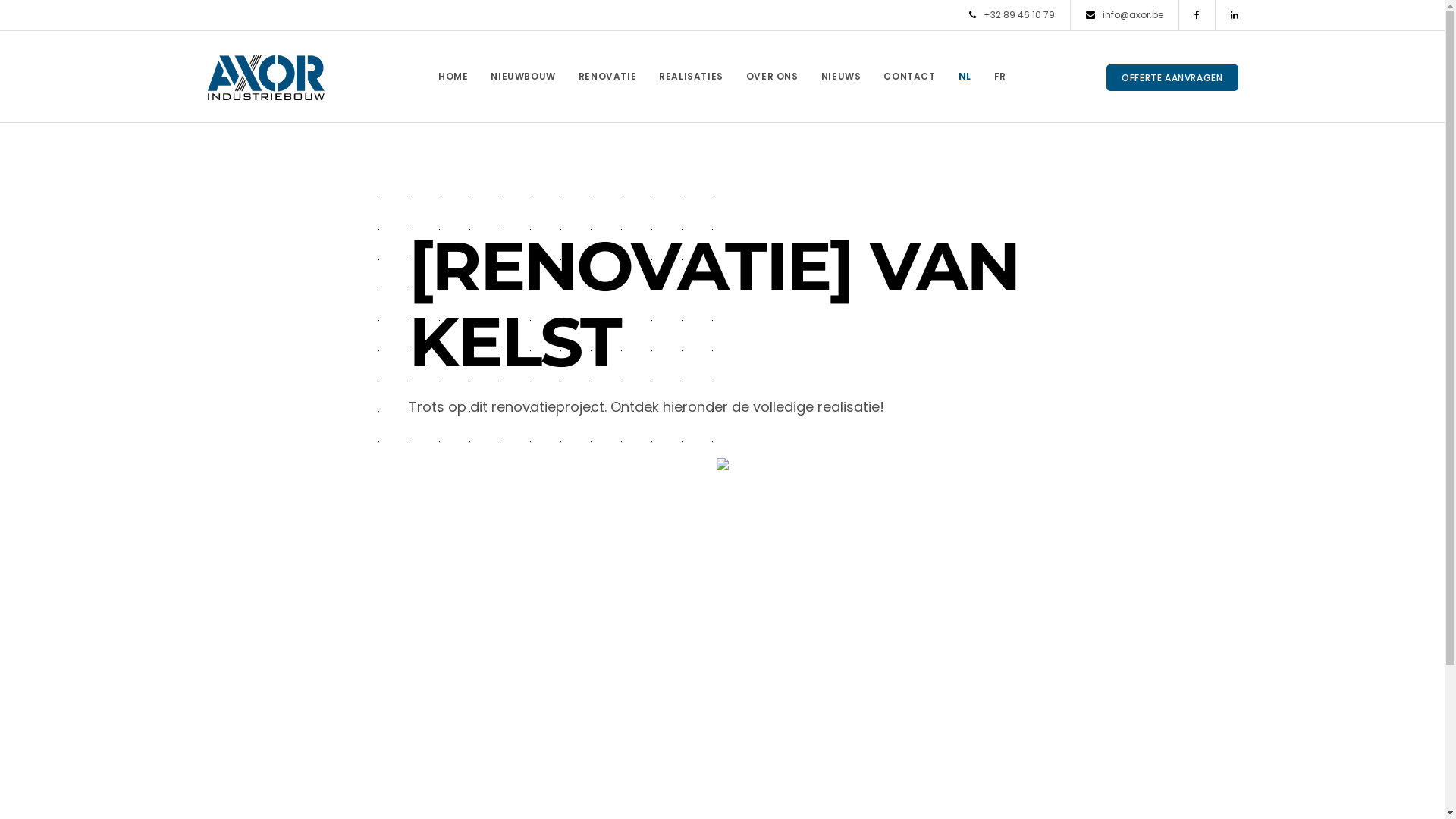 The image size is (1456, 819). What do you see at coordinates (840, 76) in the screenshot?
I see `'NIEUWS'` at bounding box center [840, 76].